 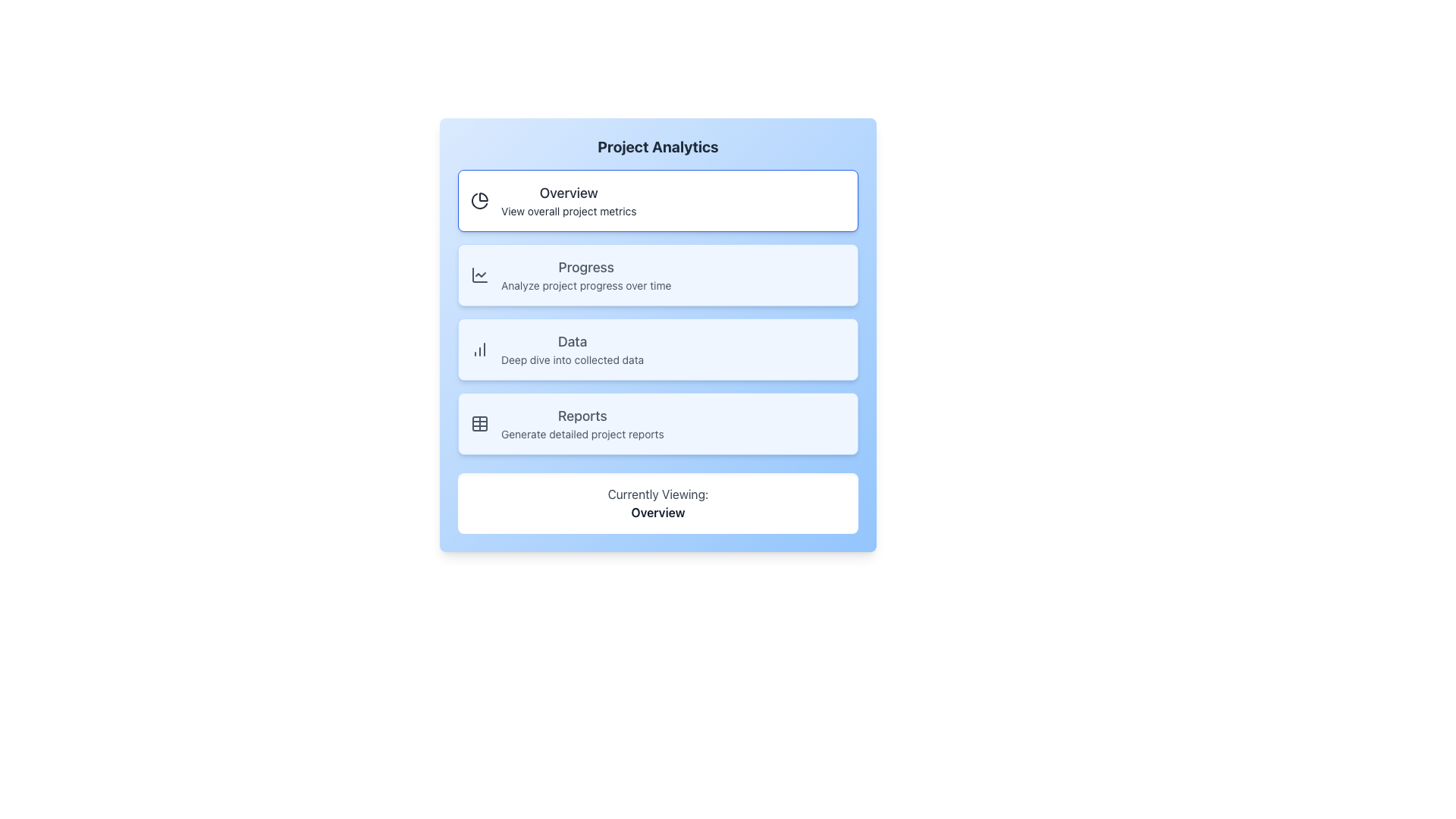 I want to click on the text label that reads 'Analyze project progress over time.' which is located within a light blue card section below the 'Progress' header, so click(x=585, y=286).